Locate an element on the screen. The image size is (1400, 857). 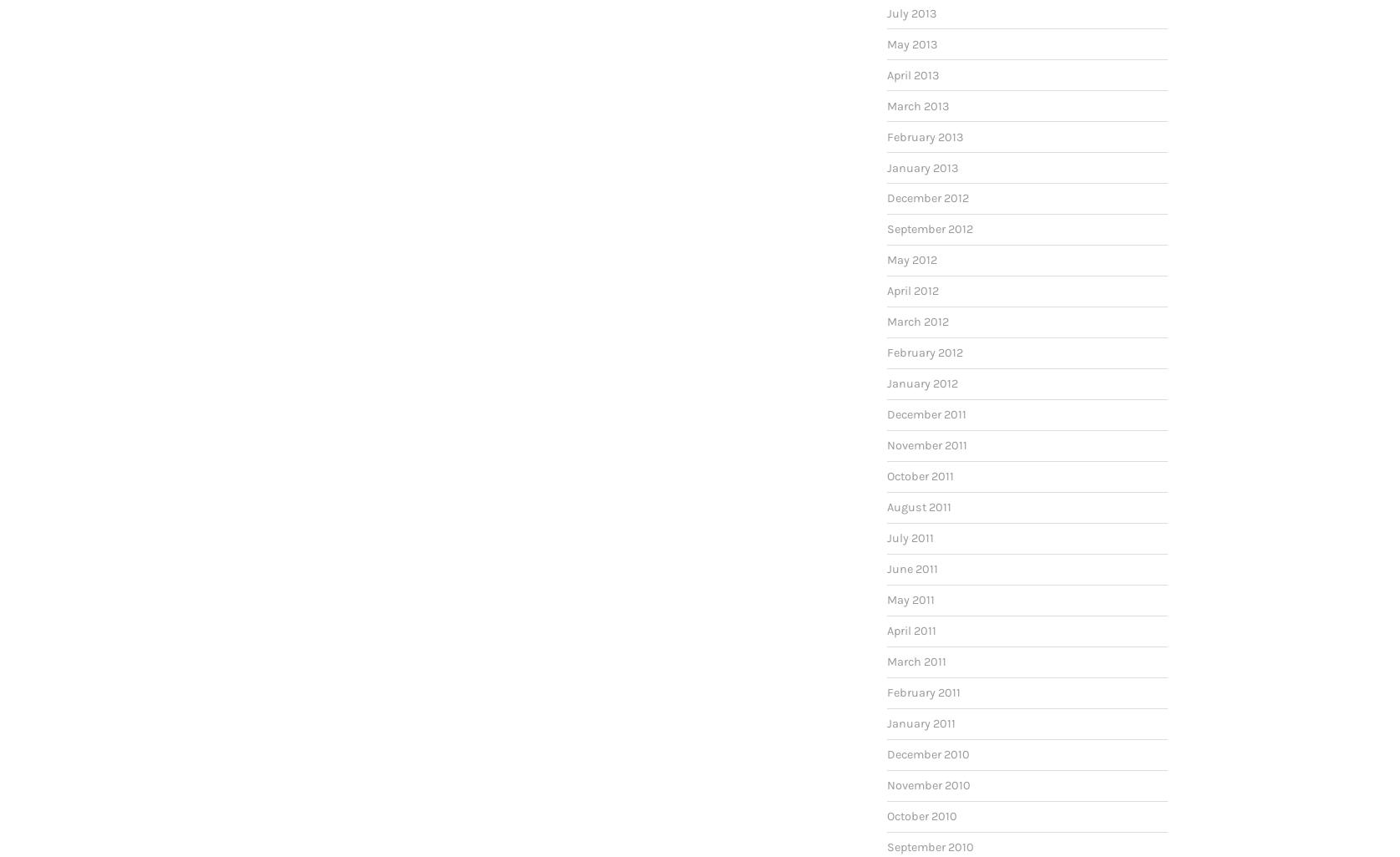
'September 2012' is located at coordinates (929, 228).